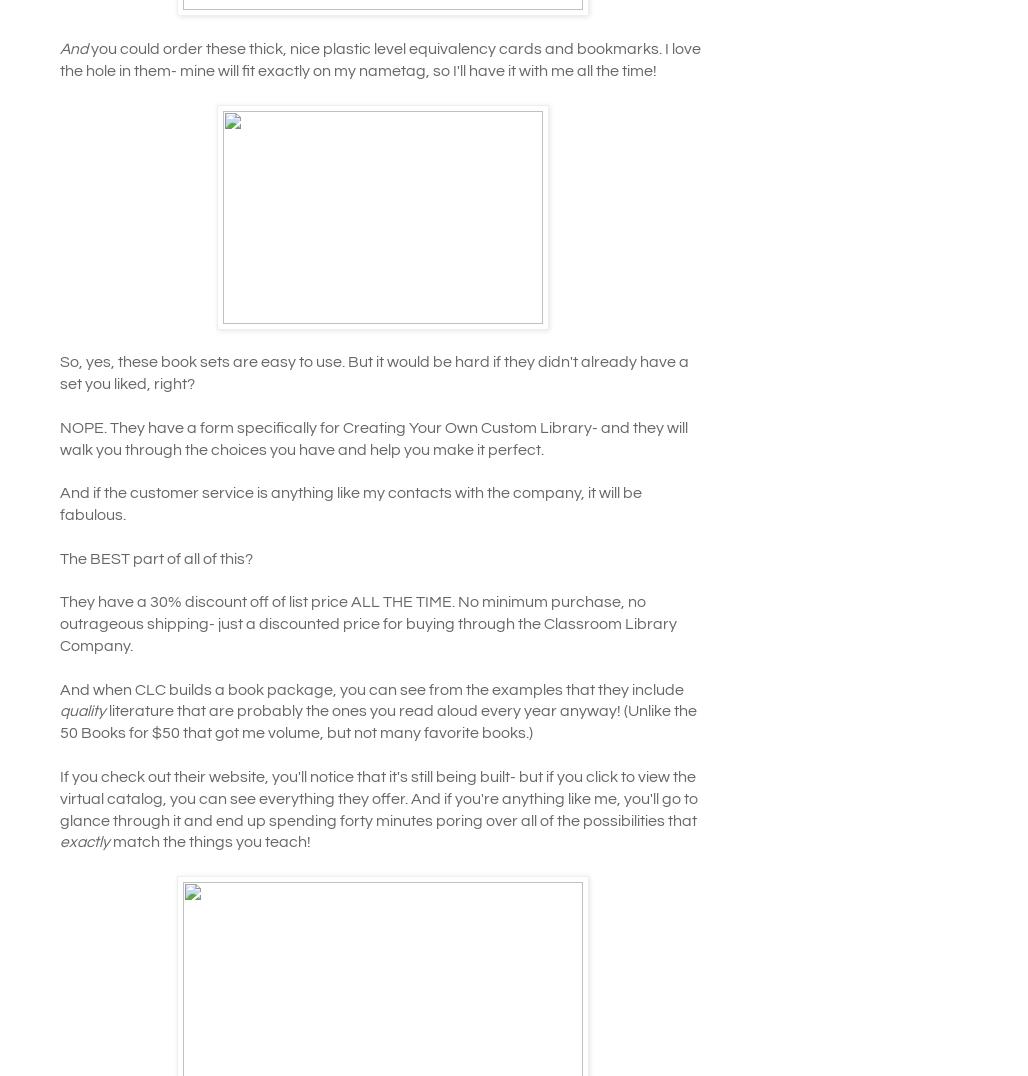  Describe the element at coordinates (83, 711) in the screenshot. I see `'quality'` at that location.